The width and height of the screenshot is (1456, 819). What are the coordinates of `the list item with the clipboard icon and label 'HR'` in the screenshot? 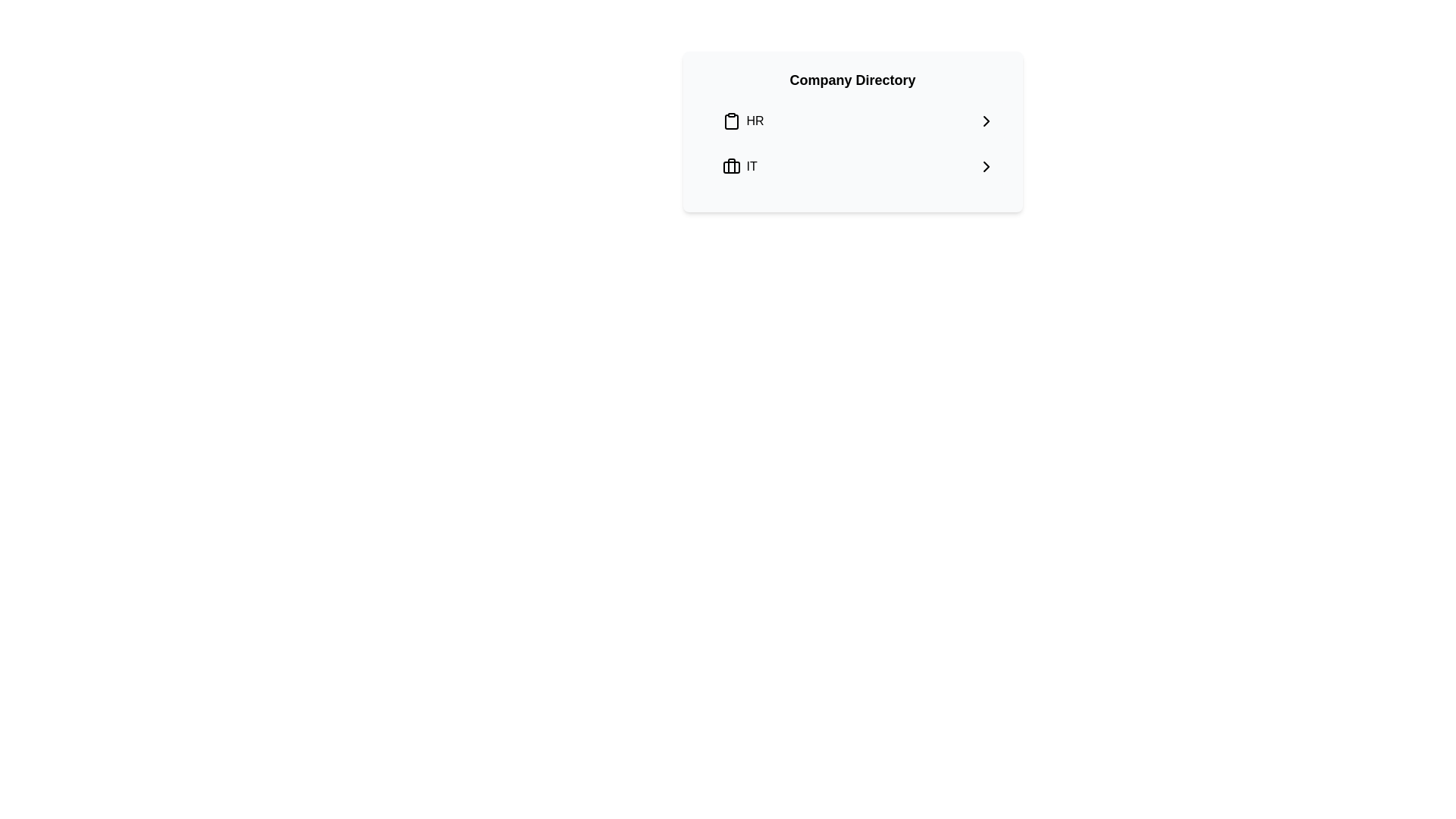 It's located at (742, 120).